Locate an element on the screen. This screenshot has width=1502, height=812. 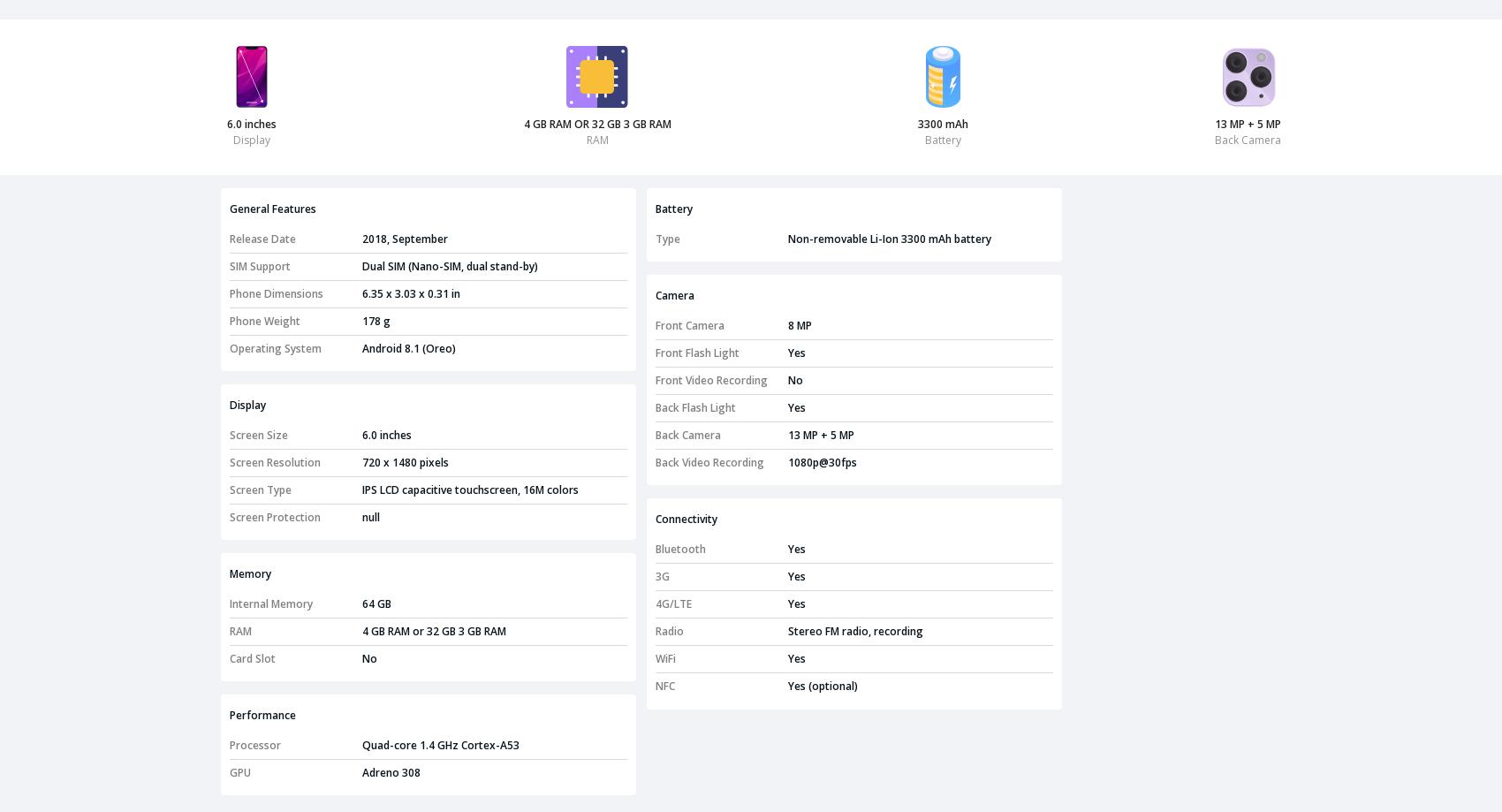
'Non-removable Li-Ion 3300 mAh battery' is located at coordinates (889, 238).